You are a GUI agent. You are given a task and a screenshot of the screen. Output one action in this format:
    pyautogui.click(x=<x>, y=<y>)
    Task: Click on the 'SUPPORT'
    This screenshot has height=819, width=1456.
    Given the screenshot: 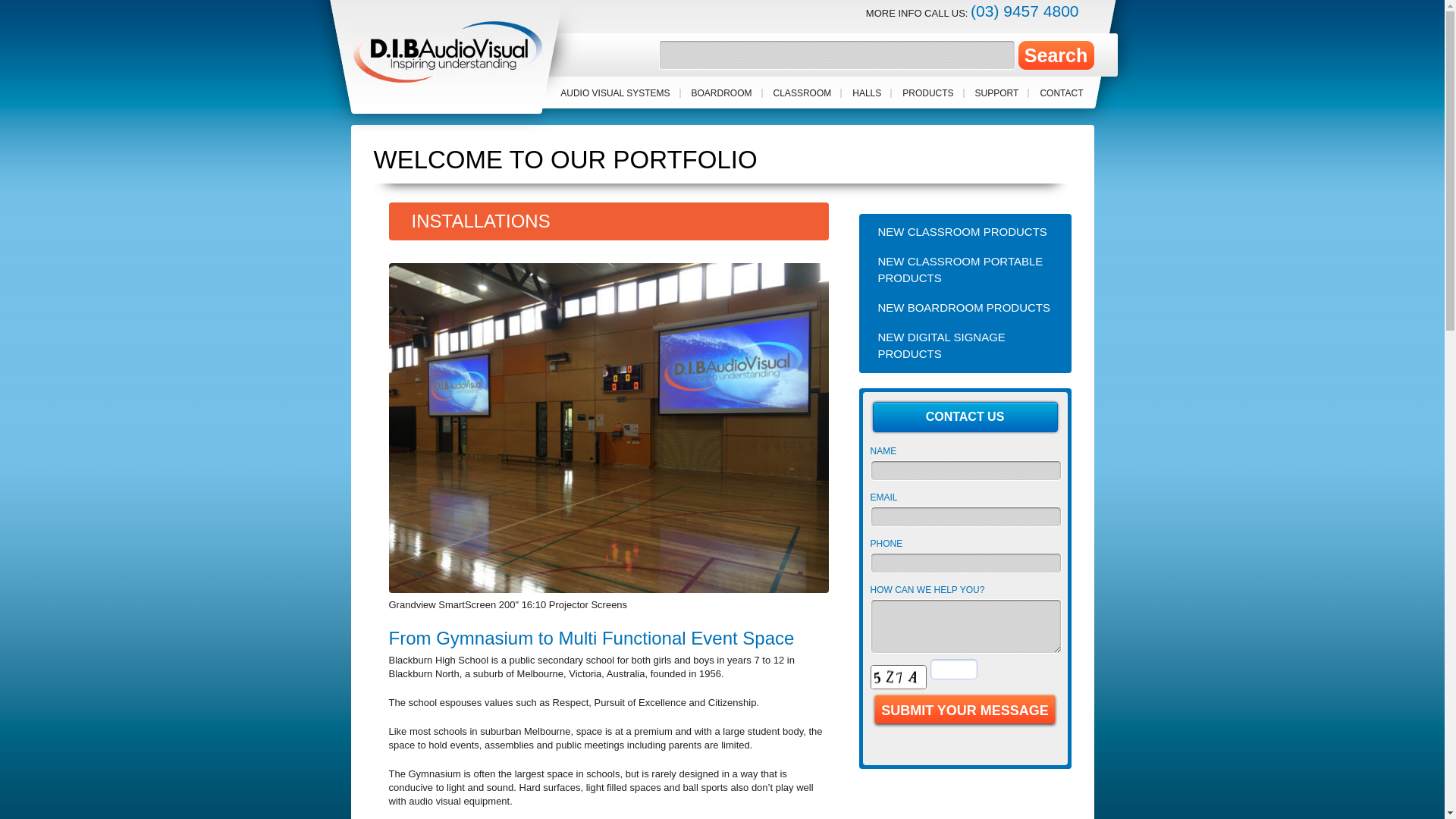 What is the action you would take?
    pyautogui.click(x=997, y=93)
    